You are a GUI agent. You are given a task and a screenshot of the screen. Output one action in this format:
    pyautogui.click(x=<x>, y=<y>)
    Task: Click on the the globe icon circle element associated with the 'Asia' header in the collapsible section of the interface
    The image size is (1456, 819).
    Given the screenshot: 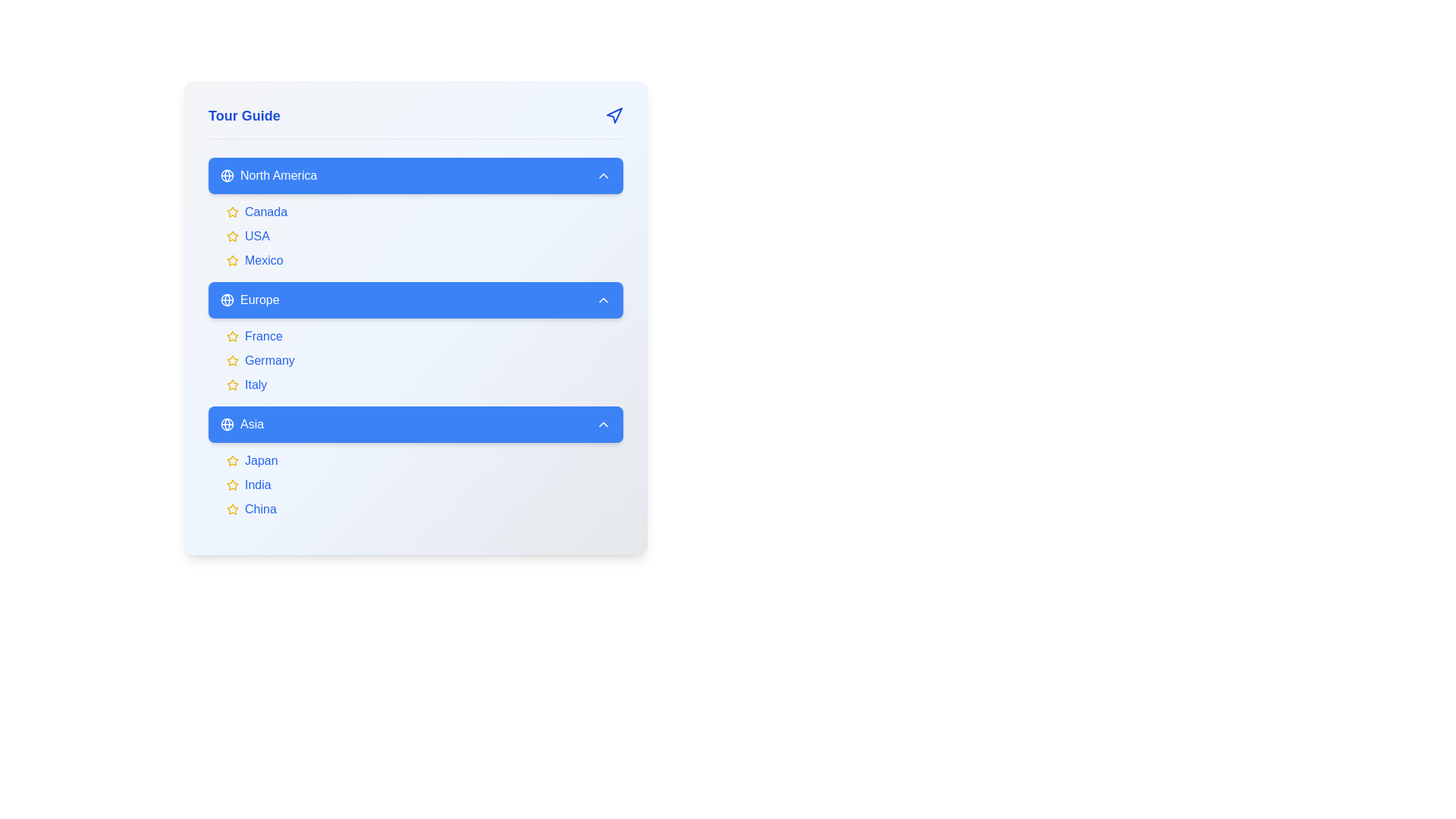 What is the action you would take?
    pyautogui.click(x=226, y=424)
    